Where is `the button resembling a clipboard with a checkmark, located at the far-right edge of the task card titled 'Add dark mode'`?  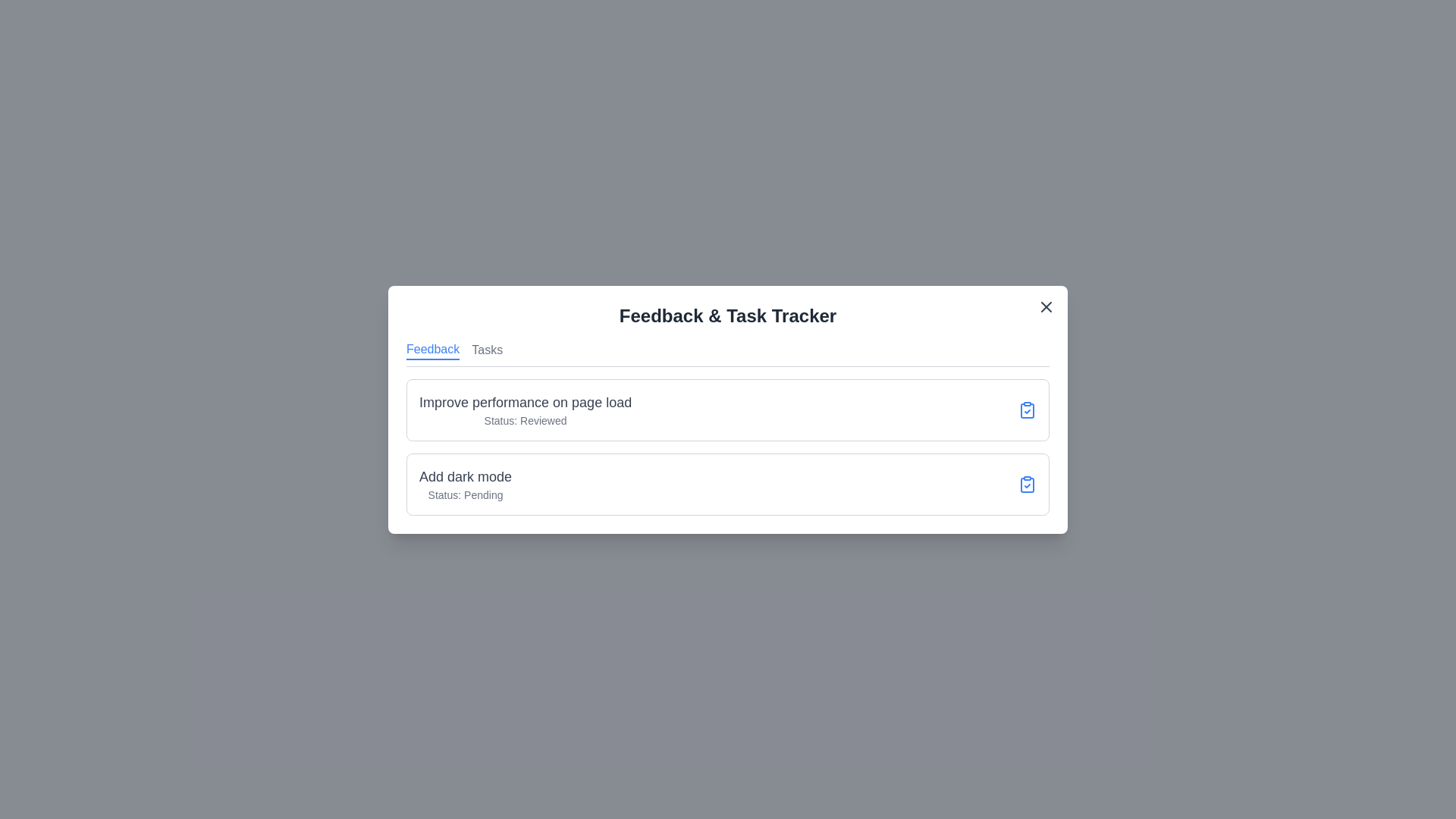 the button resembling a clipboard with a checkmark, located at the far-right edge of the task card titled 'Add dark mode' is located at coordinates (1027, 483).